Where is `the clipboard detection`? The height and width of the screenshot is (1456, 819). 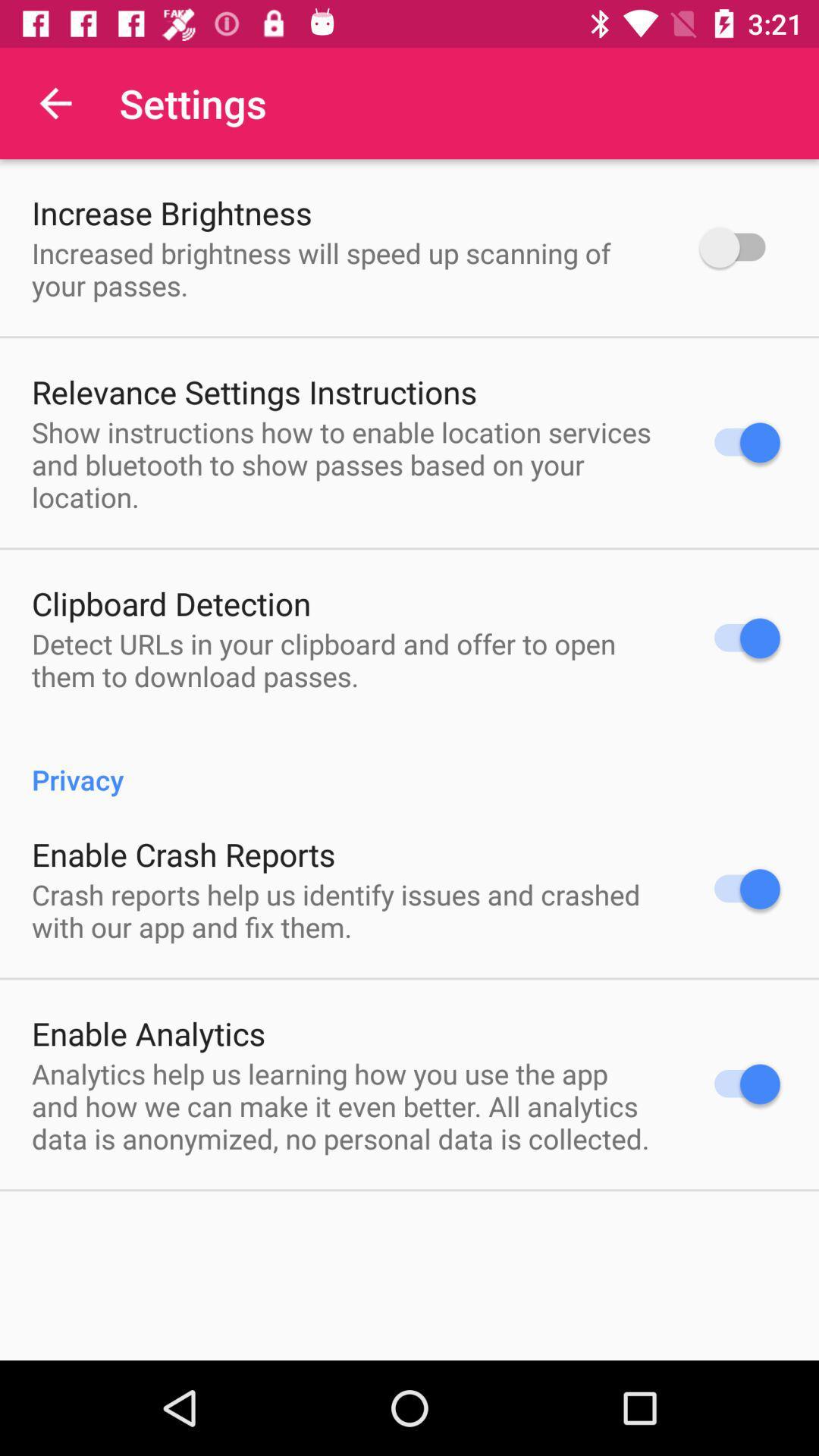 the clipboard detection is located at coordinates (171, 602).